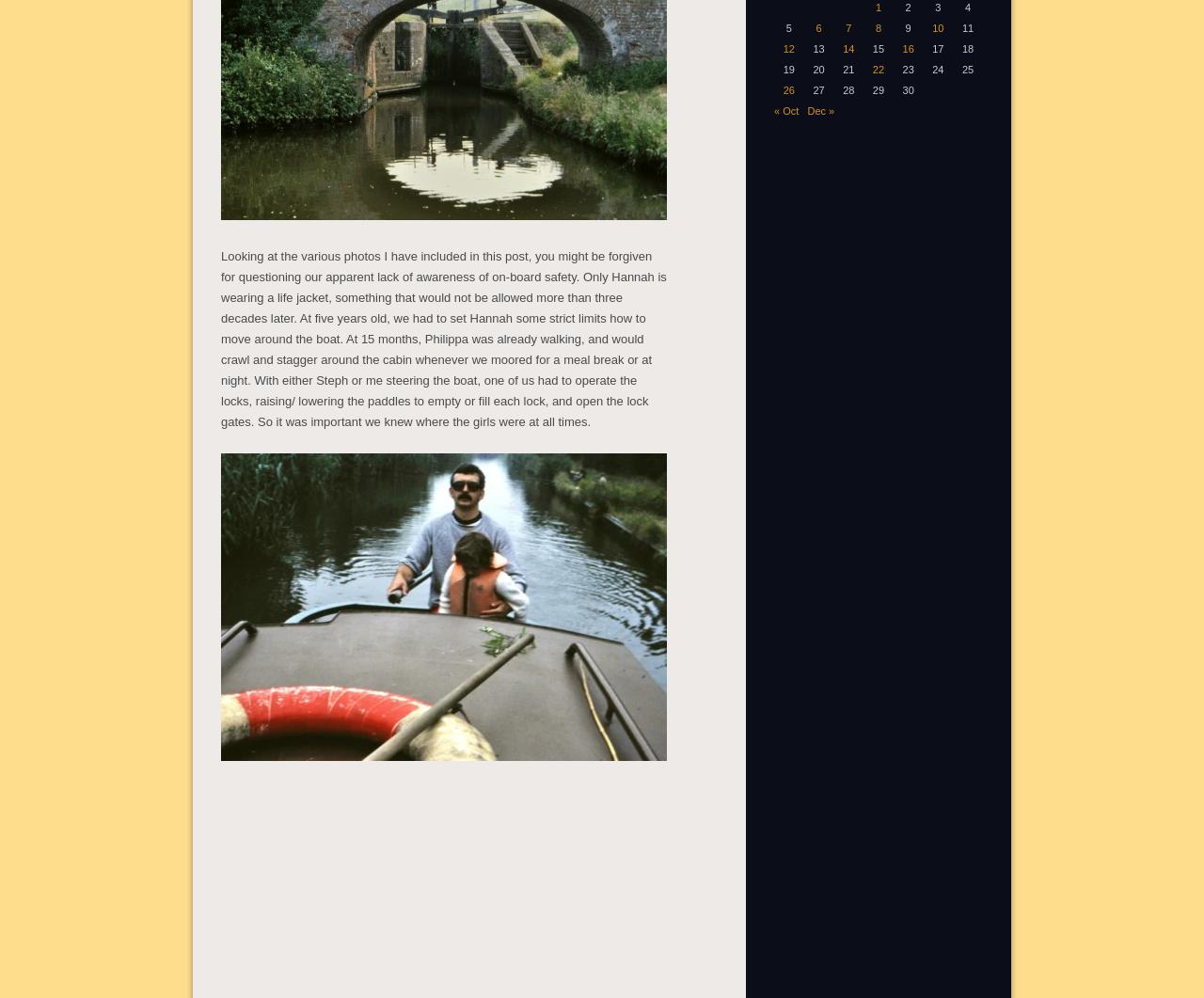 The width and height of the screenshot is (1204, 998). Describe the element at coordinates (877, 7) in the screenshot. I see `'1'` at that location.